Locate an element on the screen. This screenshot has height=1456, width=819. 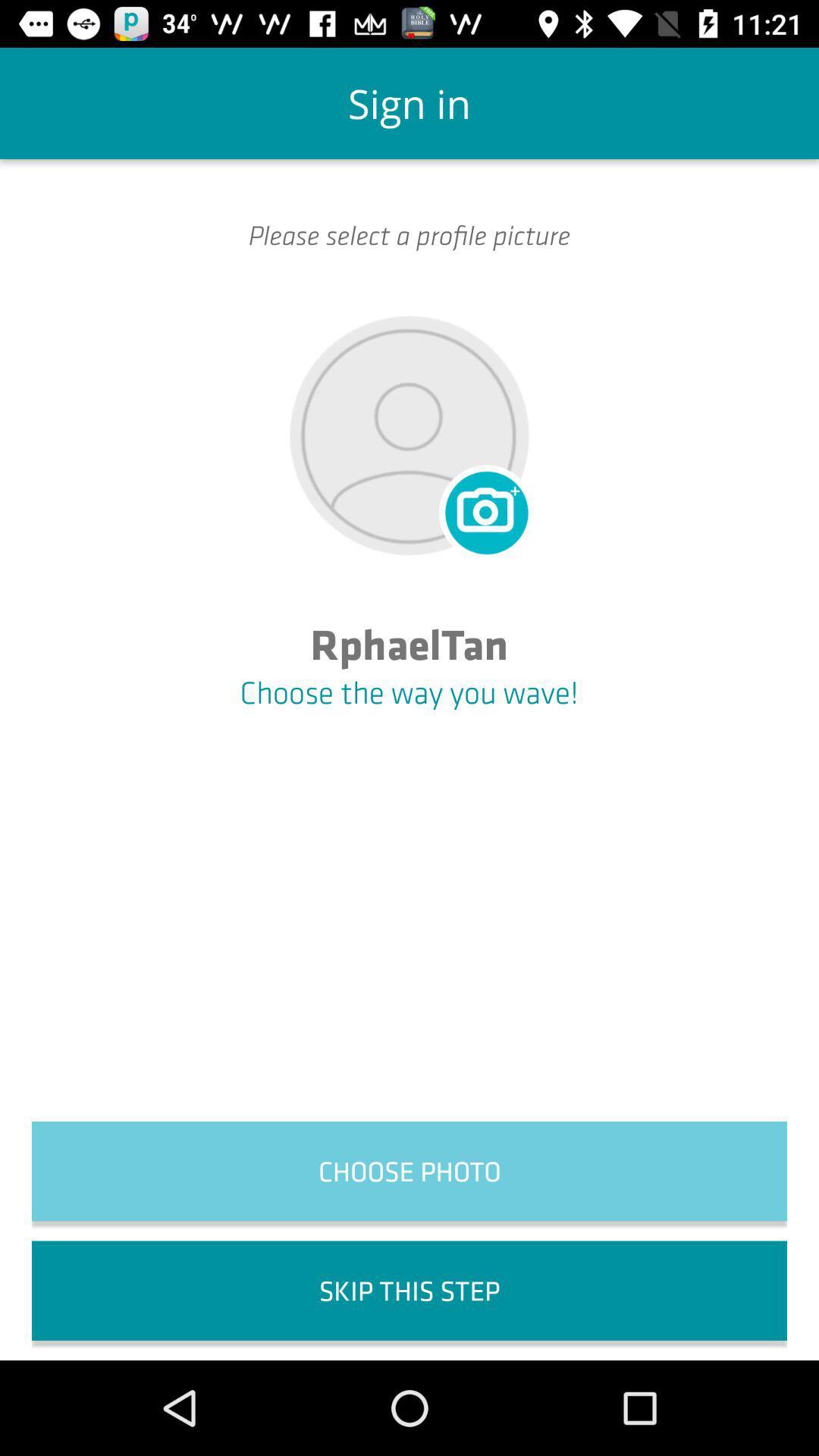
choose photo item is located at coordinates (409, 1170).